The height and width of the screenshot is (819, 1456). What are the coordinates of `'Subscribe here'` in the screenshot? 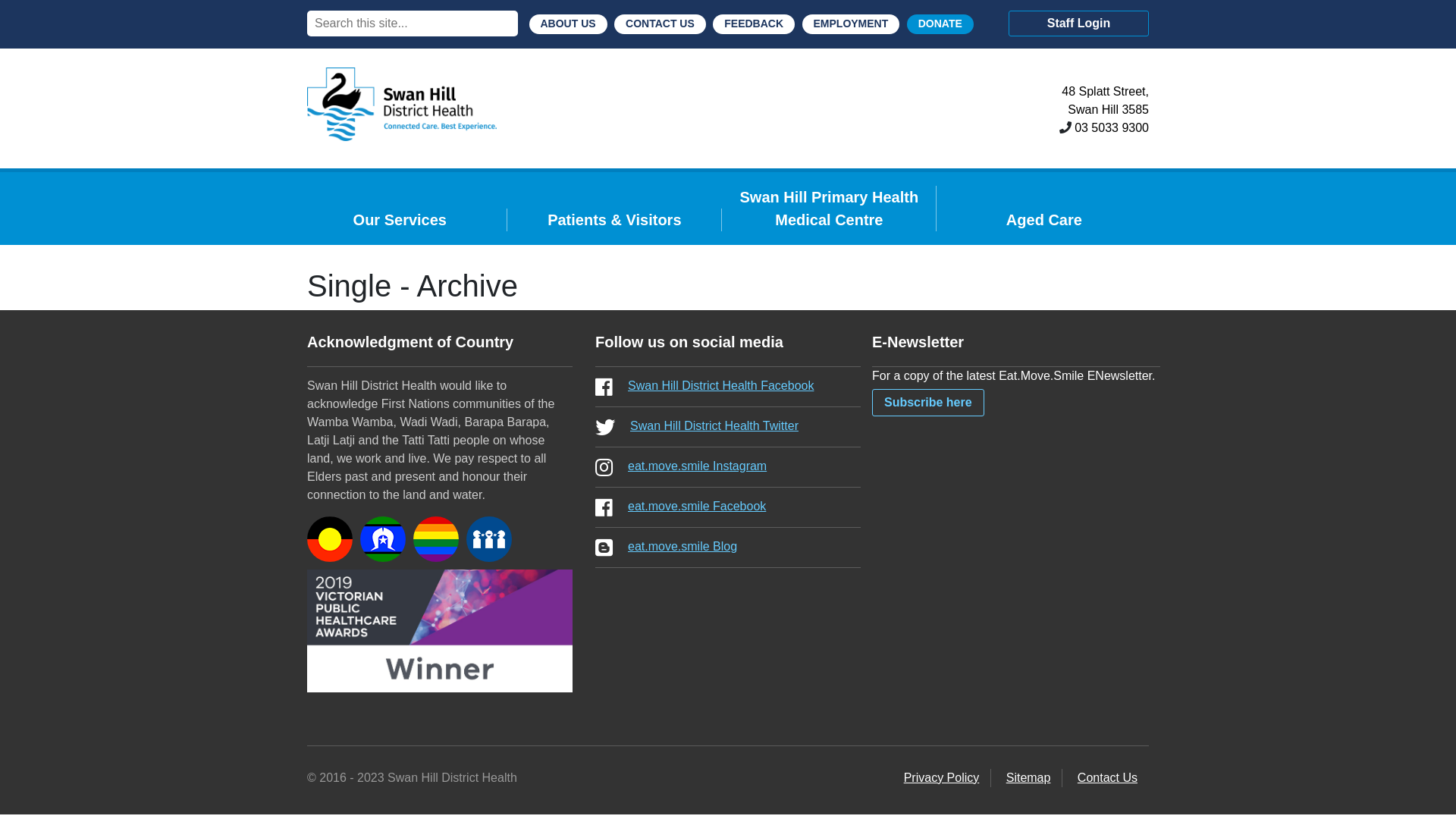 It's located at (927, 402).